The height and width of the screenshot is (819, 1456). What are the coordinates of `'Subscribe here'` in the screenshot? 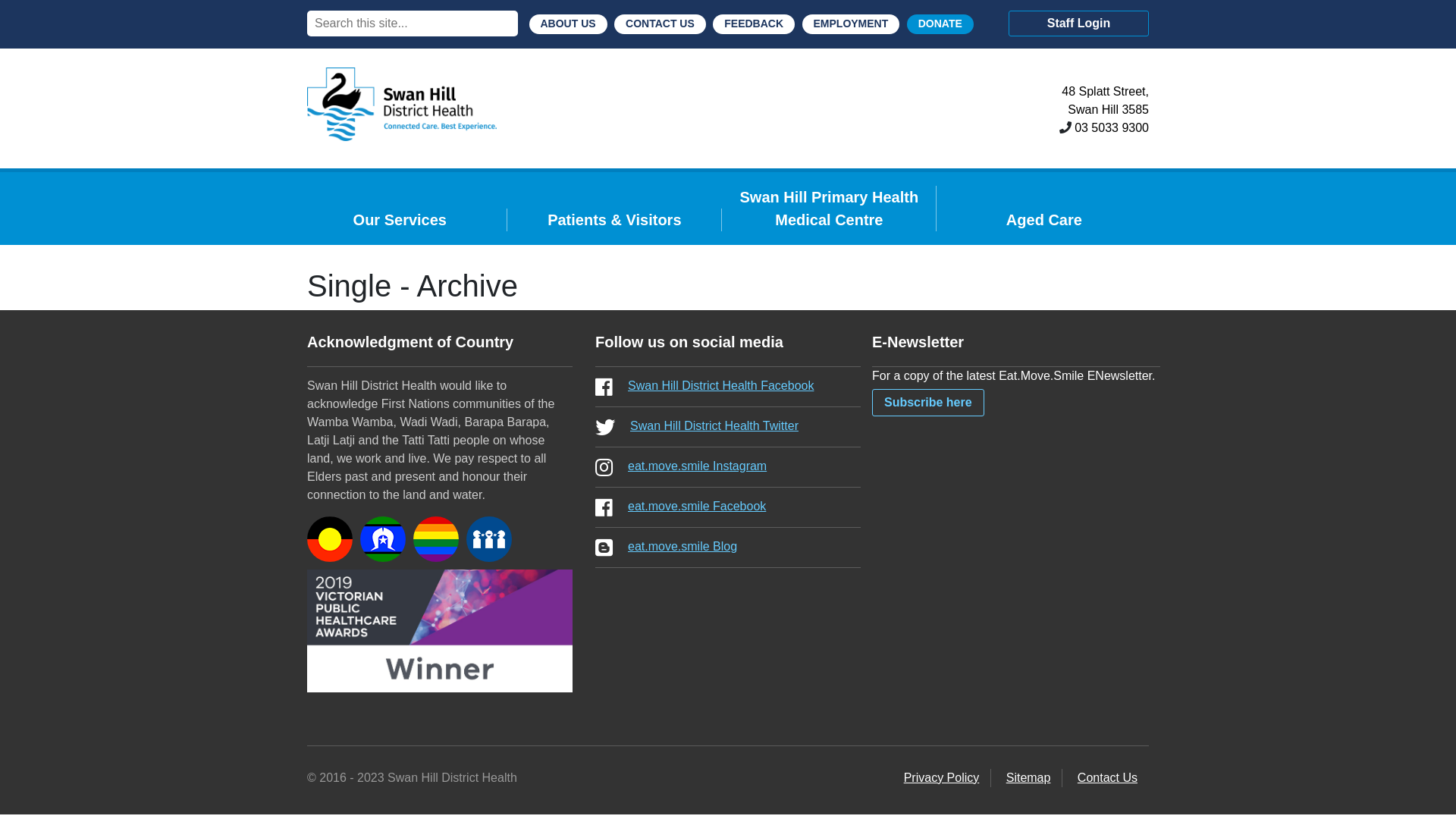 It's located at (927, 402).